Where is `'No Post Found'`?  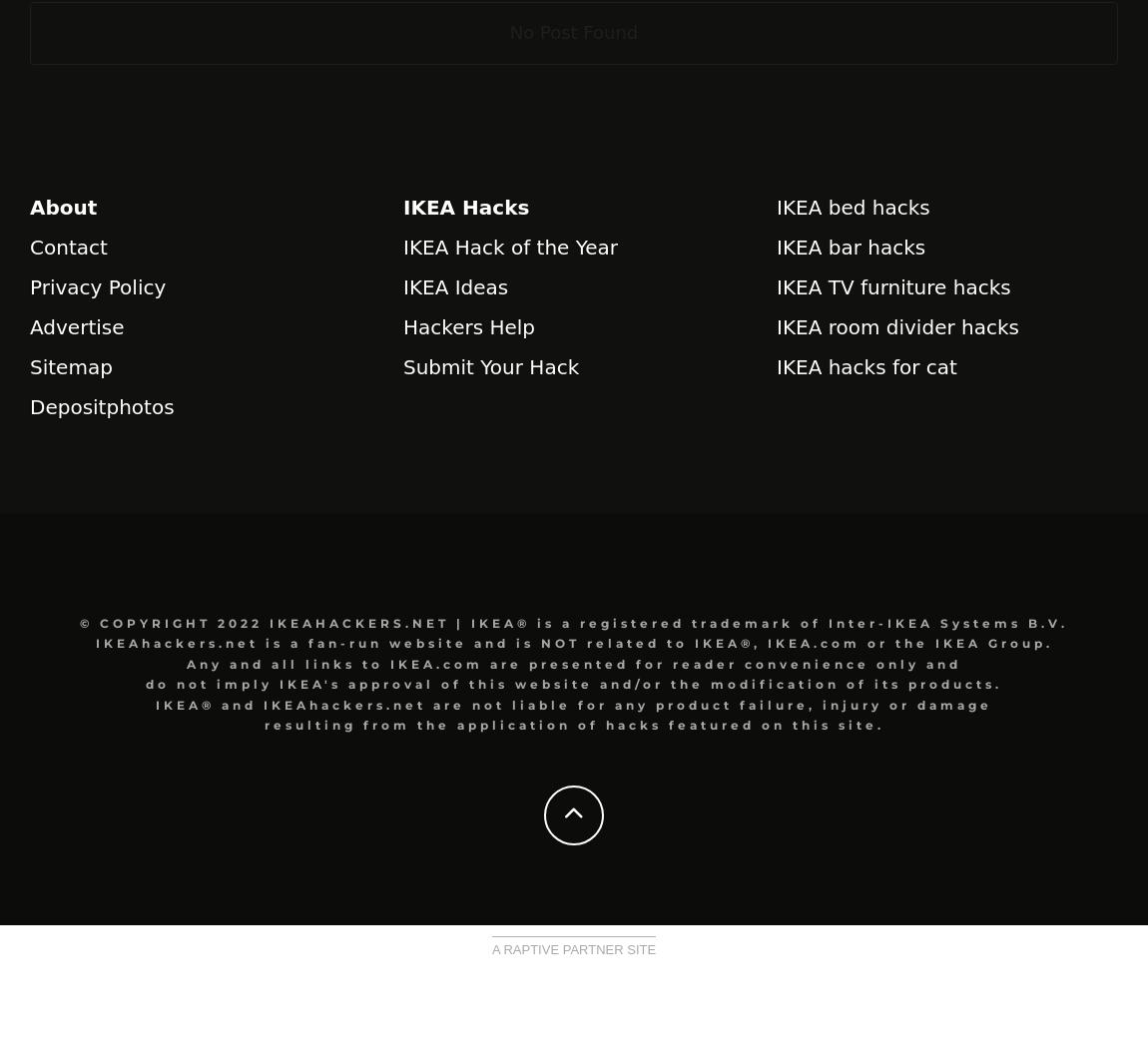 'No Post Found' is located at coordinates (509, 32).